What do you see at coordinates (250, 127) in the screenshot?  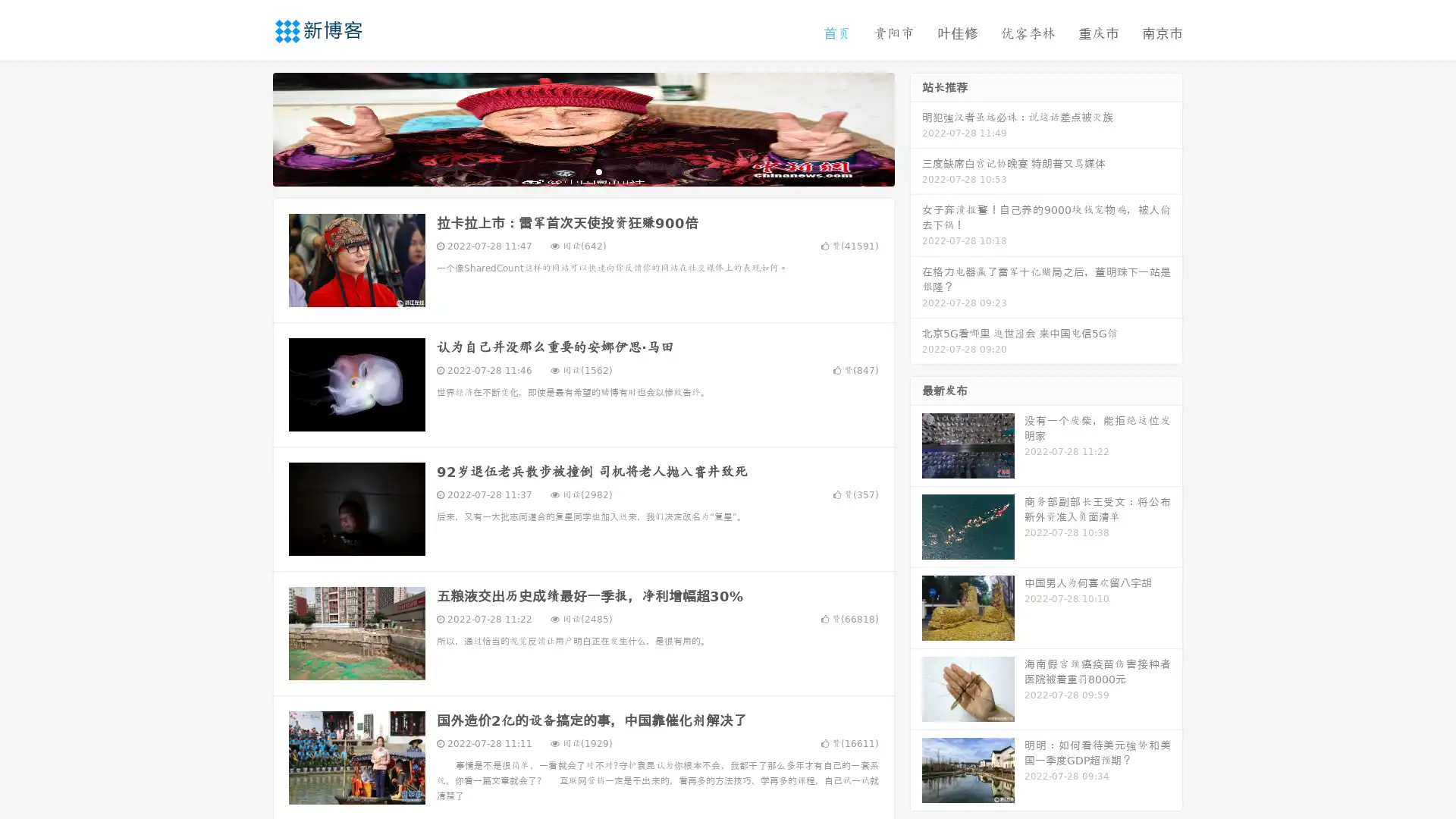 I see `Previous slide` at bounding box center [250, 127].